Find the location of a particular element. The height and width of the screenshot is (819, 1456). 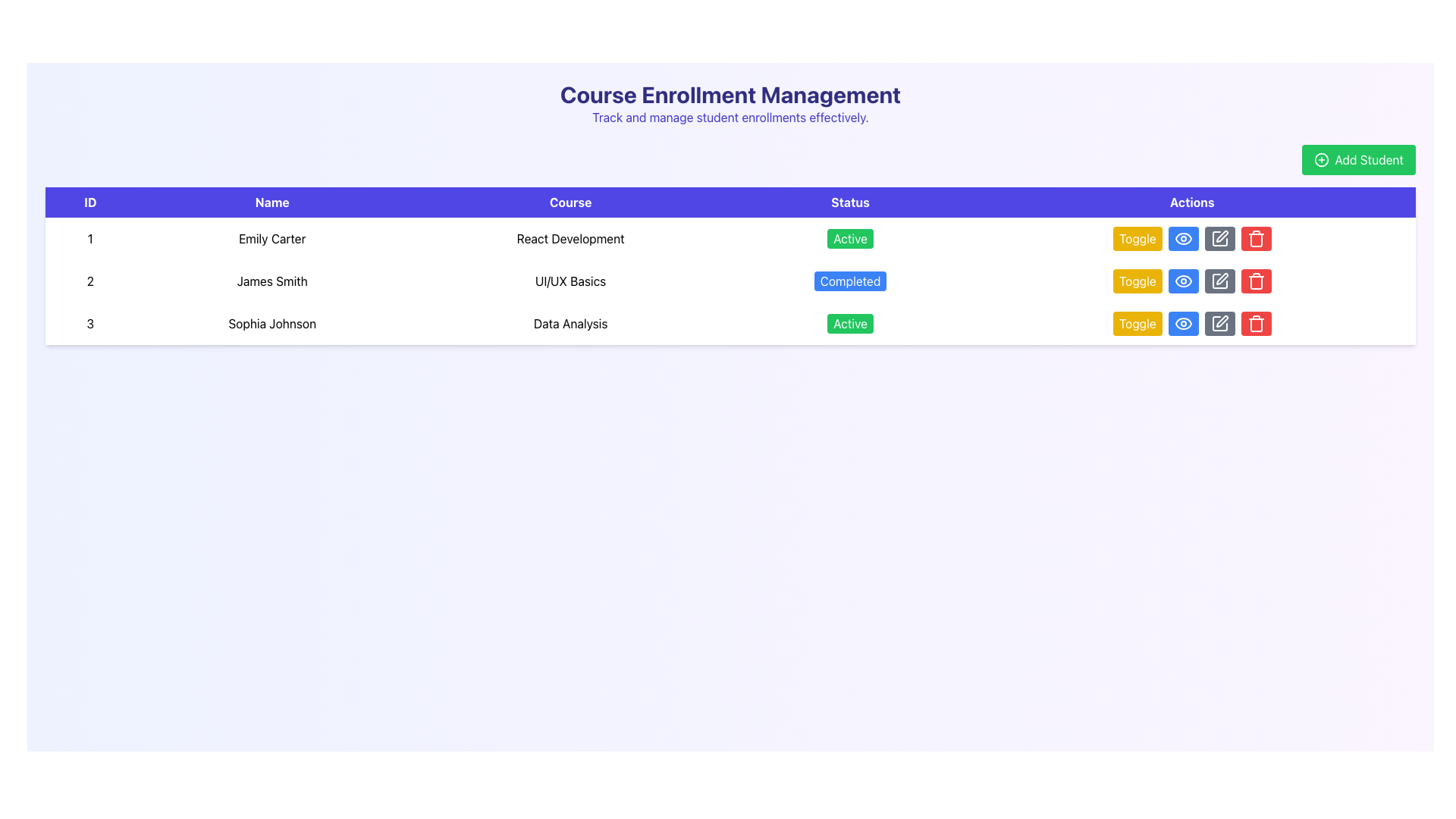

the Table Header labeled 'Course', which is the third header column in the table, positioned between 'Name' and 'Status' is located at coordinates (570, 201).